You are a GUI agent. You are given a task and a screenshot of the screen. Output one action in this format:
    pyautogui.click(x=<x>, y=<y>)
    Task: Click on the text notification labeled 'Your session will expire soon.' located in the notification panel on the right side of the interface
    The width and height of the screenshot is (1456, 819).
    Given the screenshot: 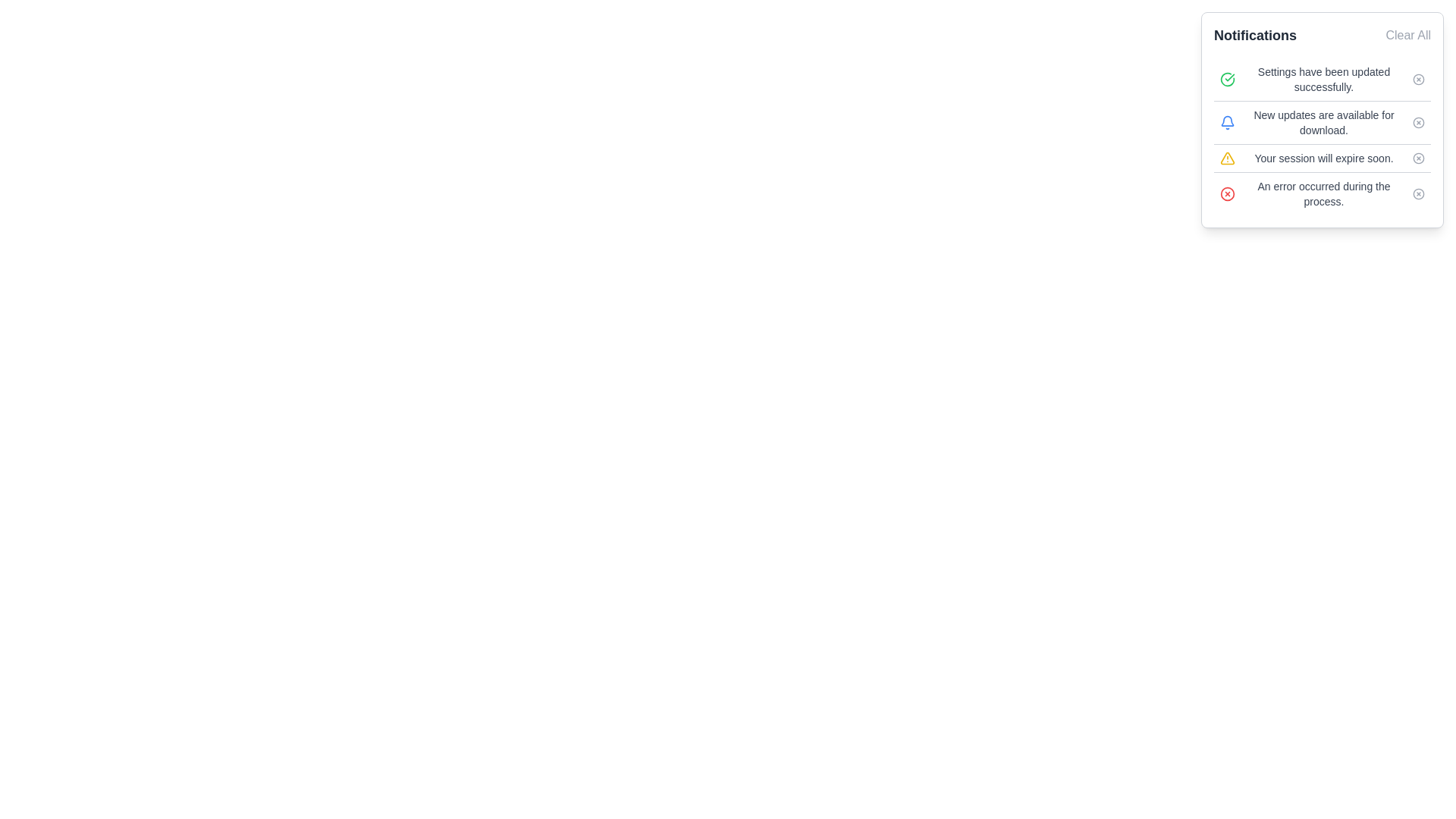 What is the action you would take?
    pyautogui.click(x=1323, y=158)
    